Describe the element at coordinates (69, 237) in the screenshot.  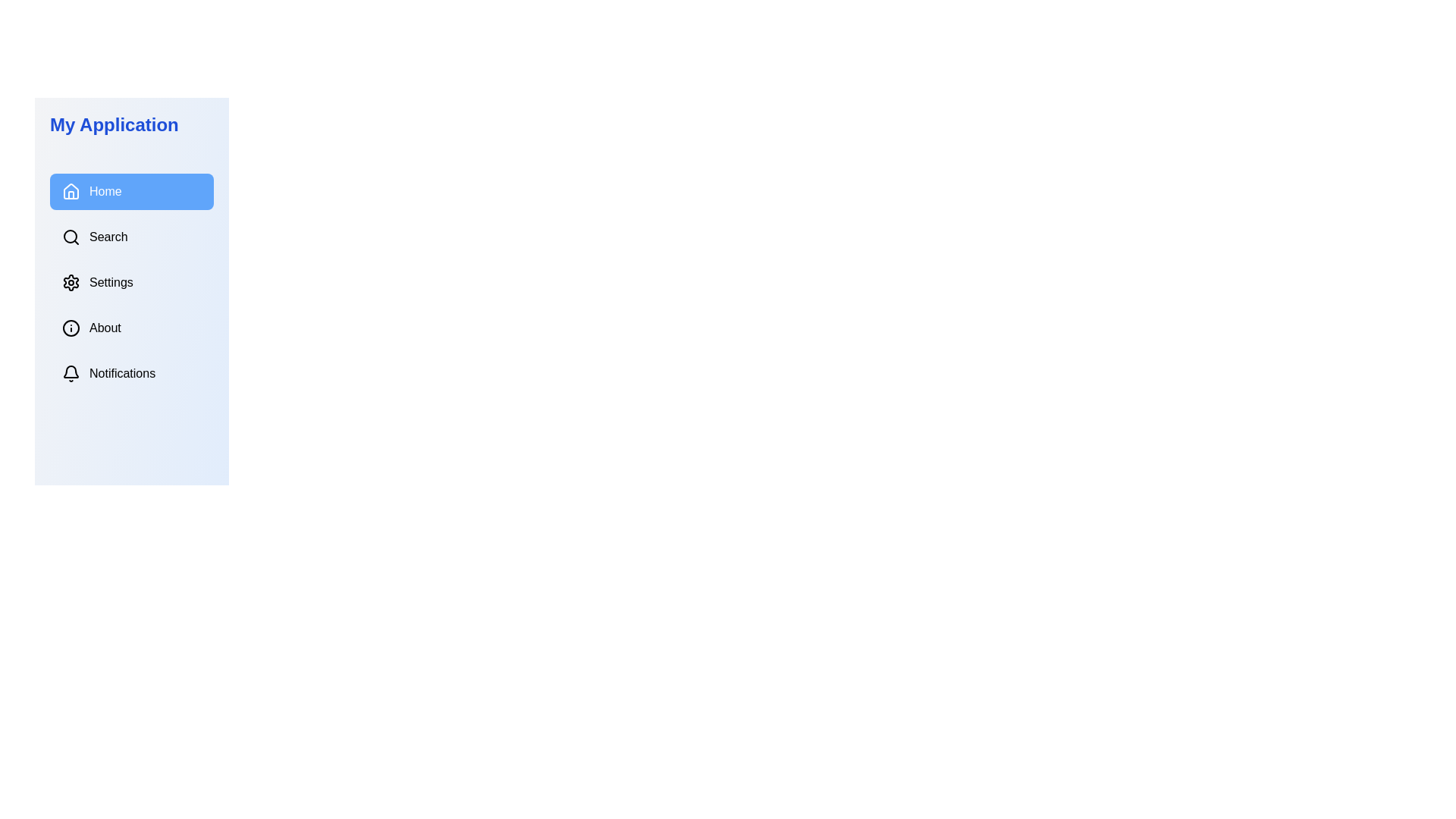
I see `the lens part of the magnifying glass icon in the 'Search' menu item to trigger a search action` at that location.